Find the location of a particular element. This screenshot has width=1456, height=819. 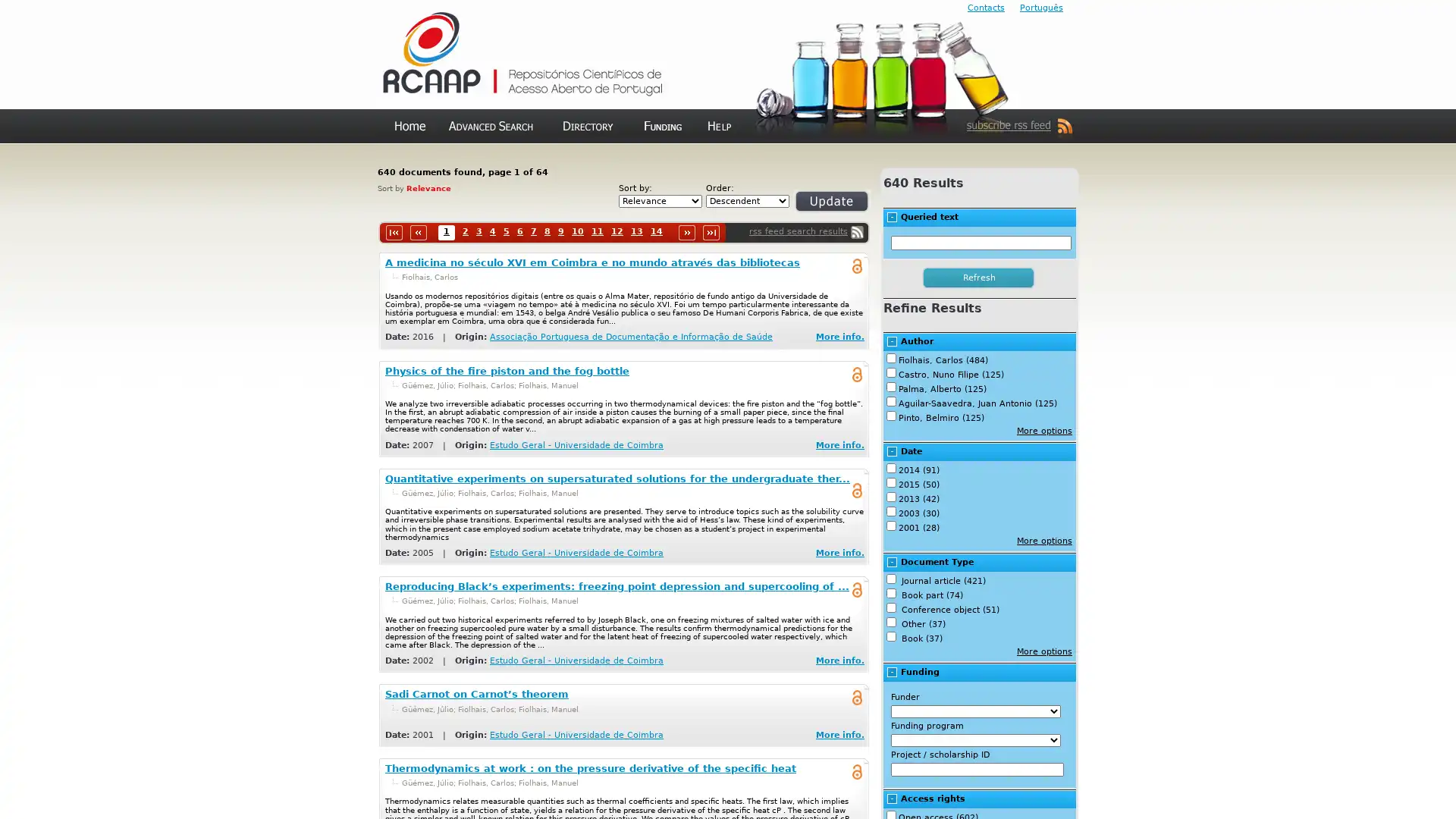

Refresh is located at coordinates (813, 207).